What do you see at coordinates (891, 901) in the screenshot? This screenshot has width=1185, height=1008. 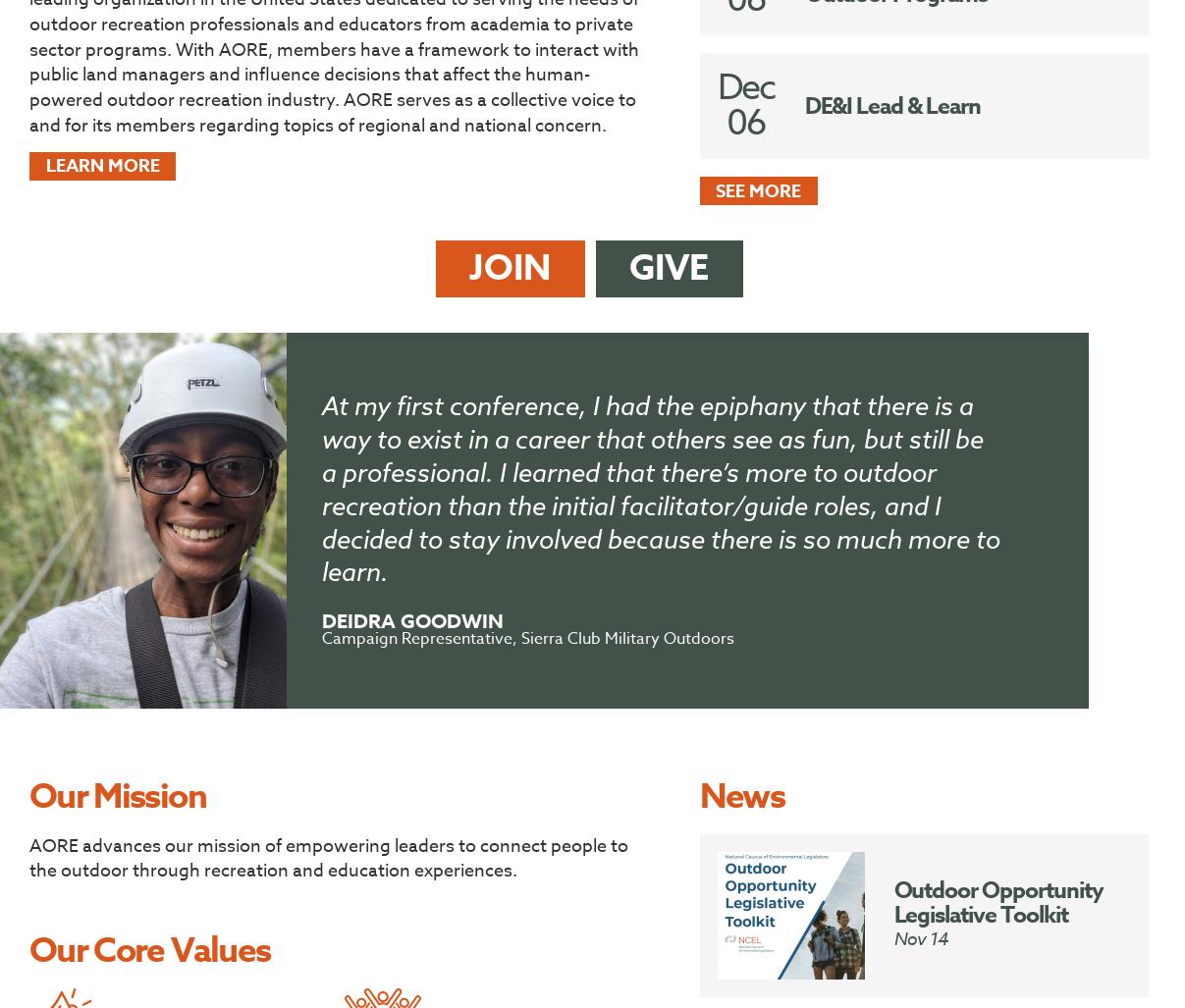 I see `'Outdoor Opportunity Legislative Toolkit'` at bounding box center [891, 901].